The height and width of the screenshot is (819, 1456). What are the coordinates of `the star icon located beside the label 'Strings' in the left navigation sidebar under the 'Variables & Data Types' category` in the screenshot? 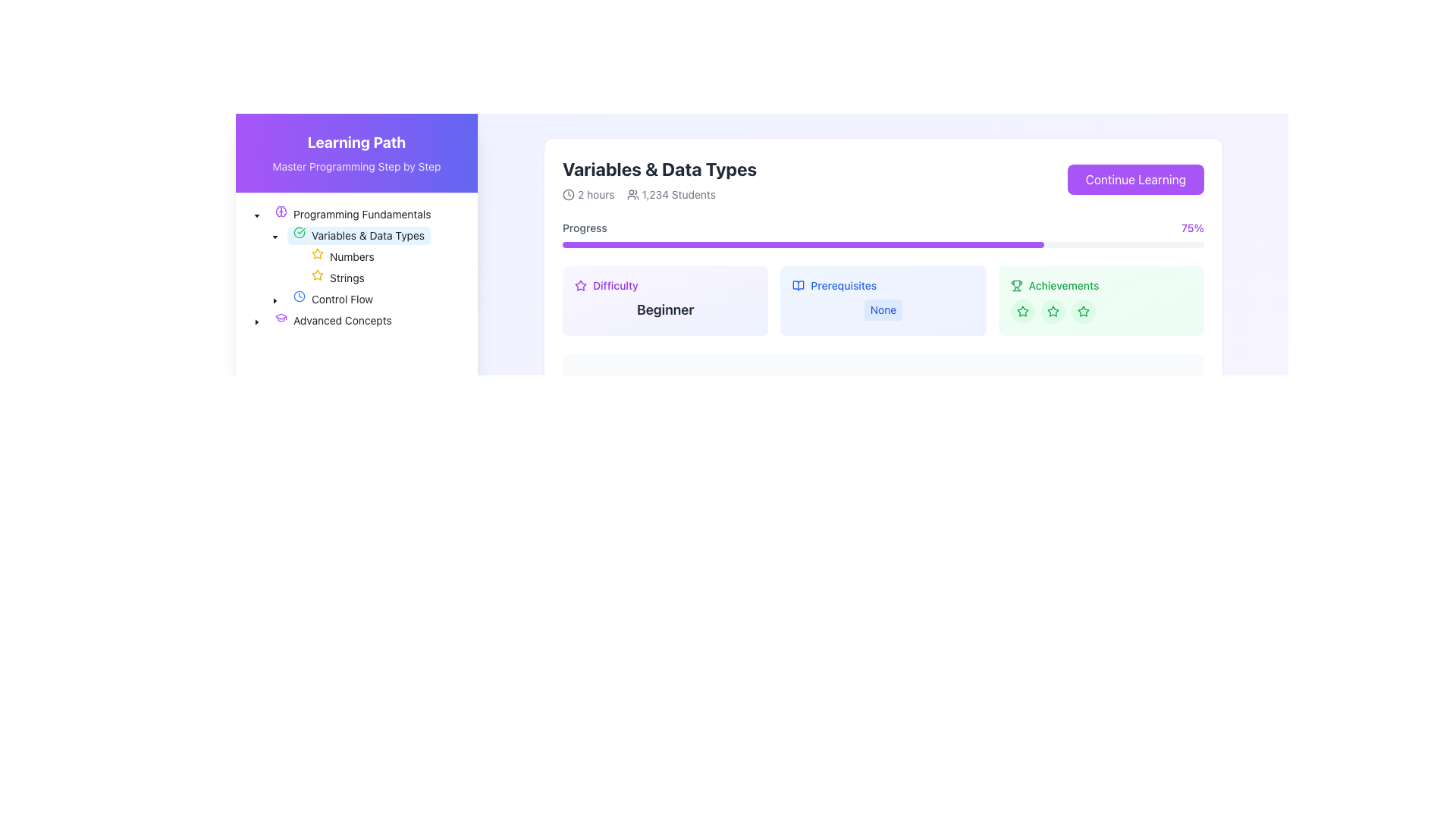 It's located at (319, 278).